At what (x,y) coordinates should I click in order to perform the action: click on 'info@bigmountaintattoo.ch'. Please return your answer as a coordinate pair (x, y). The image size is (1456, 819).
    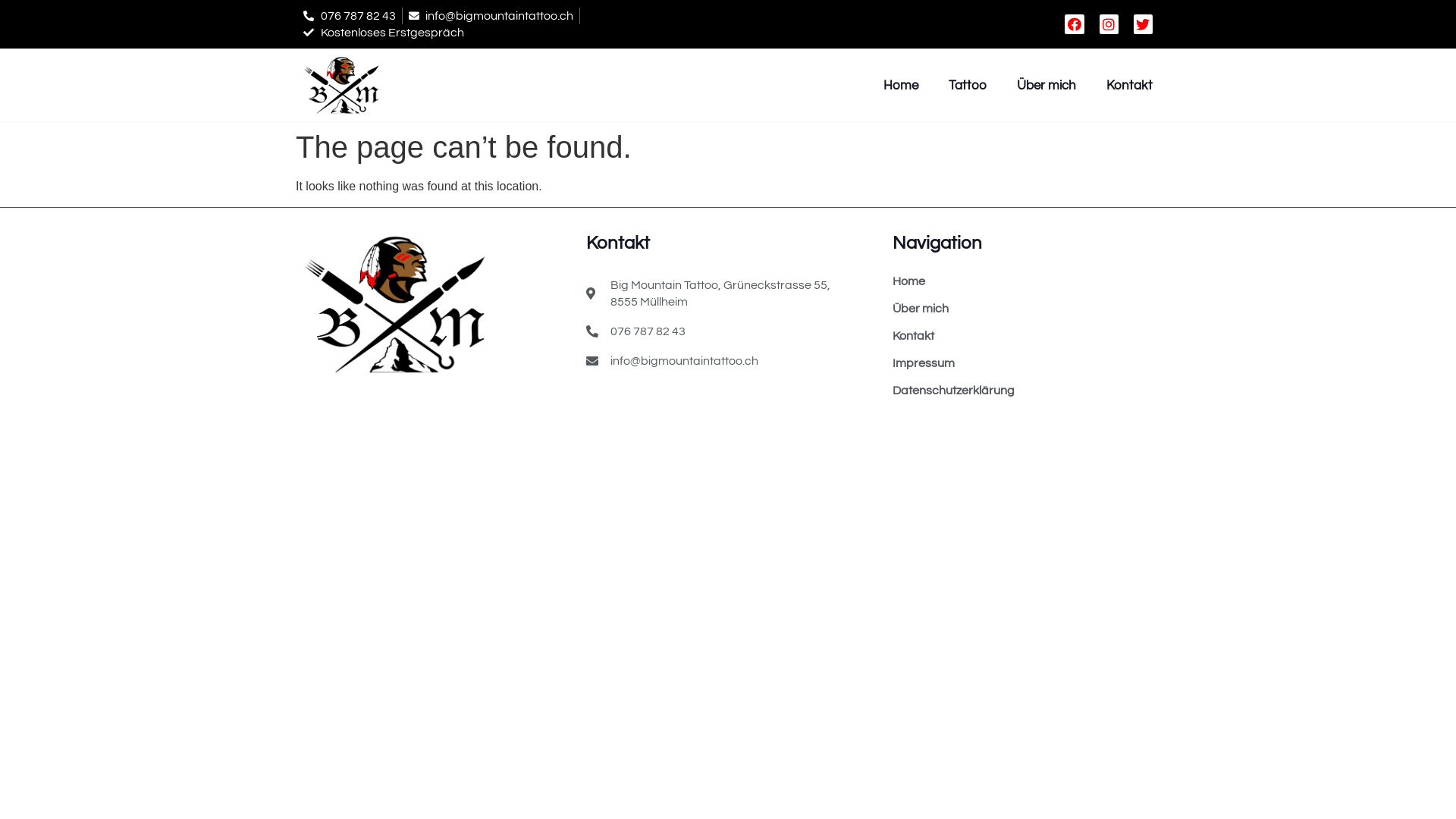
    Looking at the image, I should click on (491, 15).